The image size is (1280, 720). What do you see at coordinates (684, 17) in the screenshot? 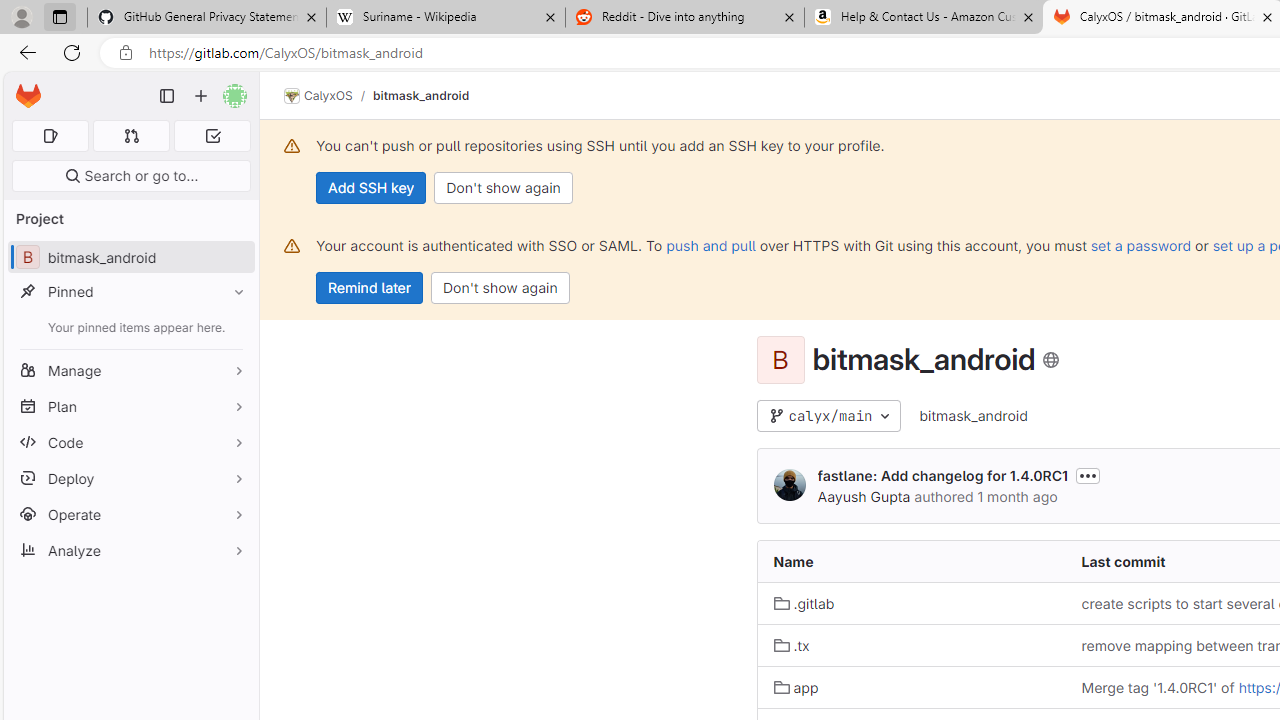
I see `'Reddit - Dive into anything'` at bounding box center [684, 17].